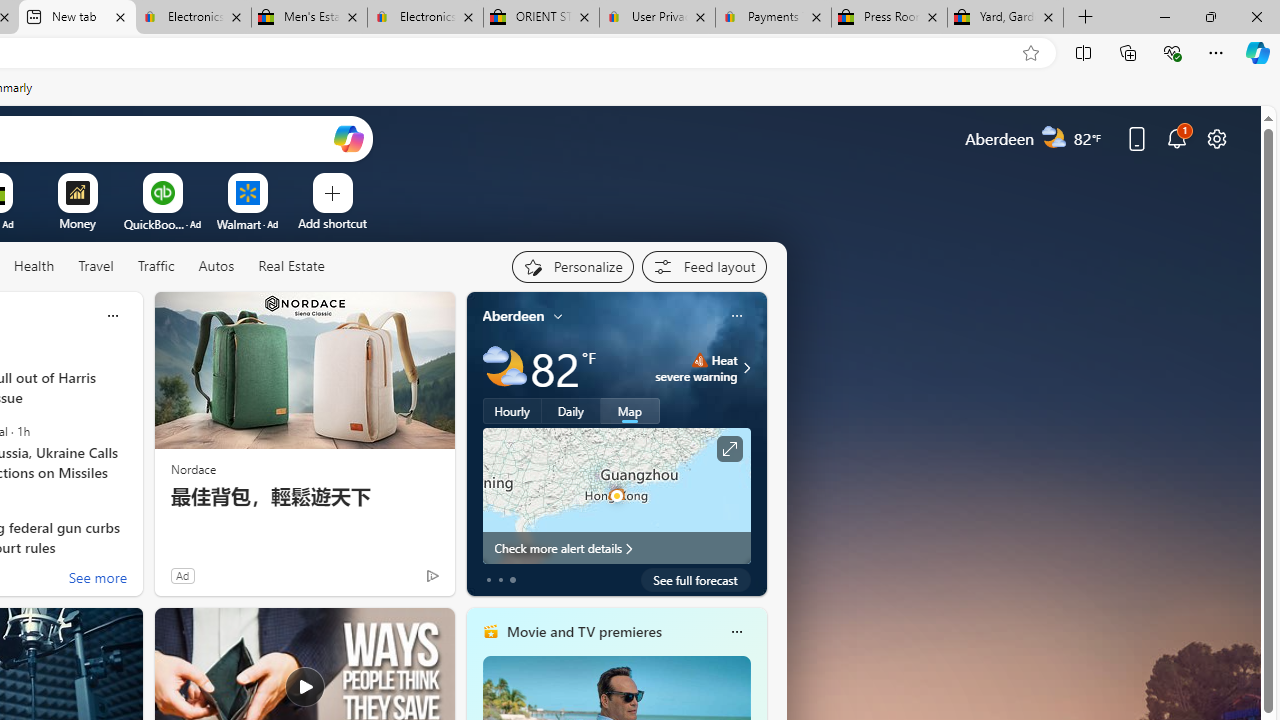 Image resolution: width=1280 pixels, height=720 pixels. What do you see at coordinates (216, 265) in the screenshot?
I see `'Autos'` at bounding box center [216, 265].